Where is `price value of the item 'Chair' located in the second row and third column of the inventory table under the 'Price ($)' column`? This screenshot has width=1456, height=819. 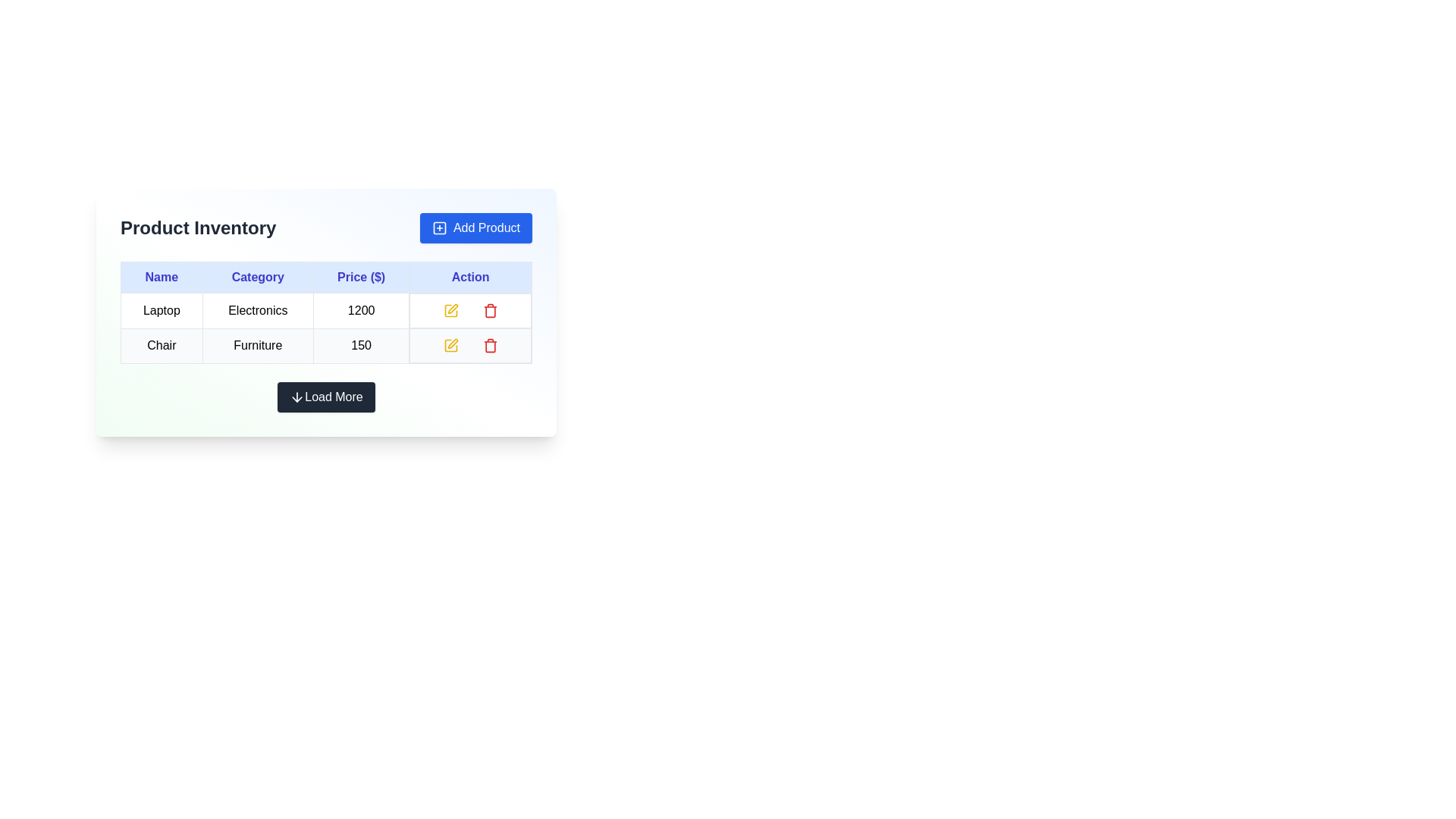 price value of the item 'Chair' located in the second row and third column of the inventory table under the 'Price ($)' column is located at coordinates (360, 346).